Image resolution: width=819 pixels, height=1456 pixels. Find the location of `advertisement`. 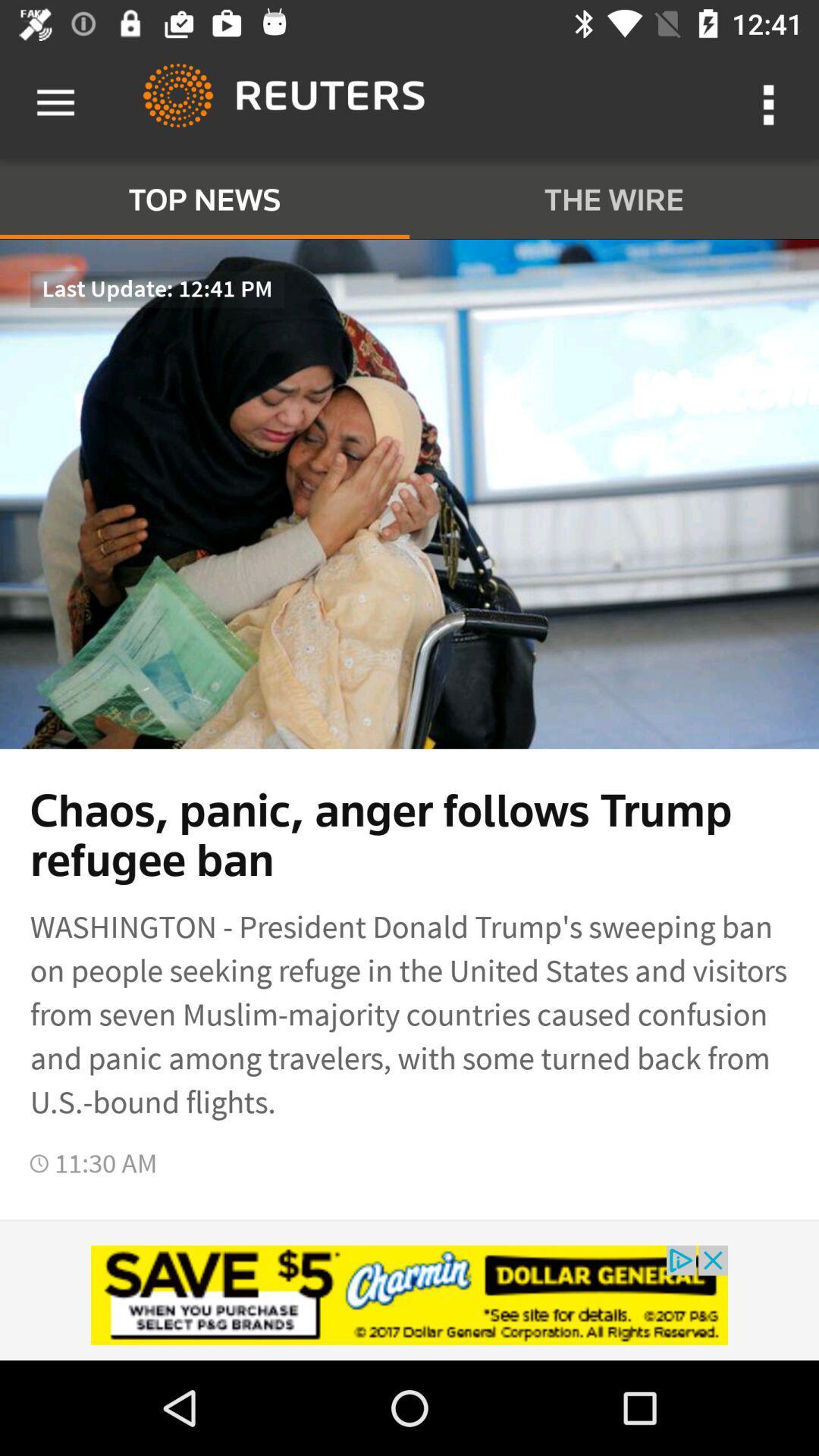

advertisement is located at coordinates (409, 1294).